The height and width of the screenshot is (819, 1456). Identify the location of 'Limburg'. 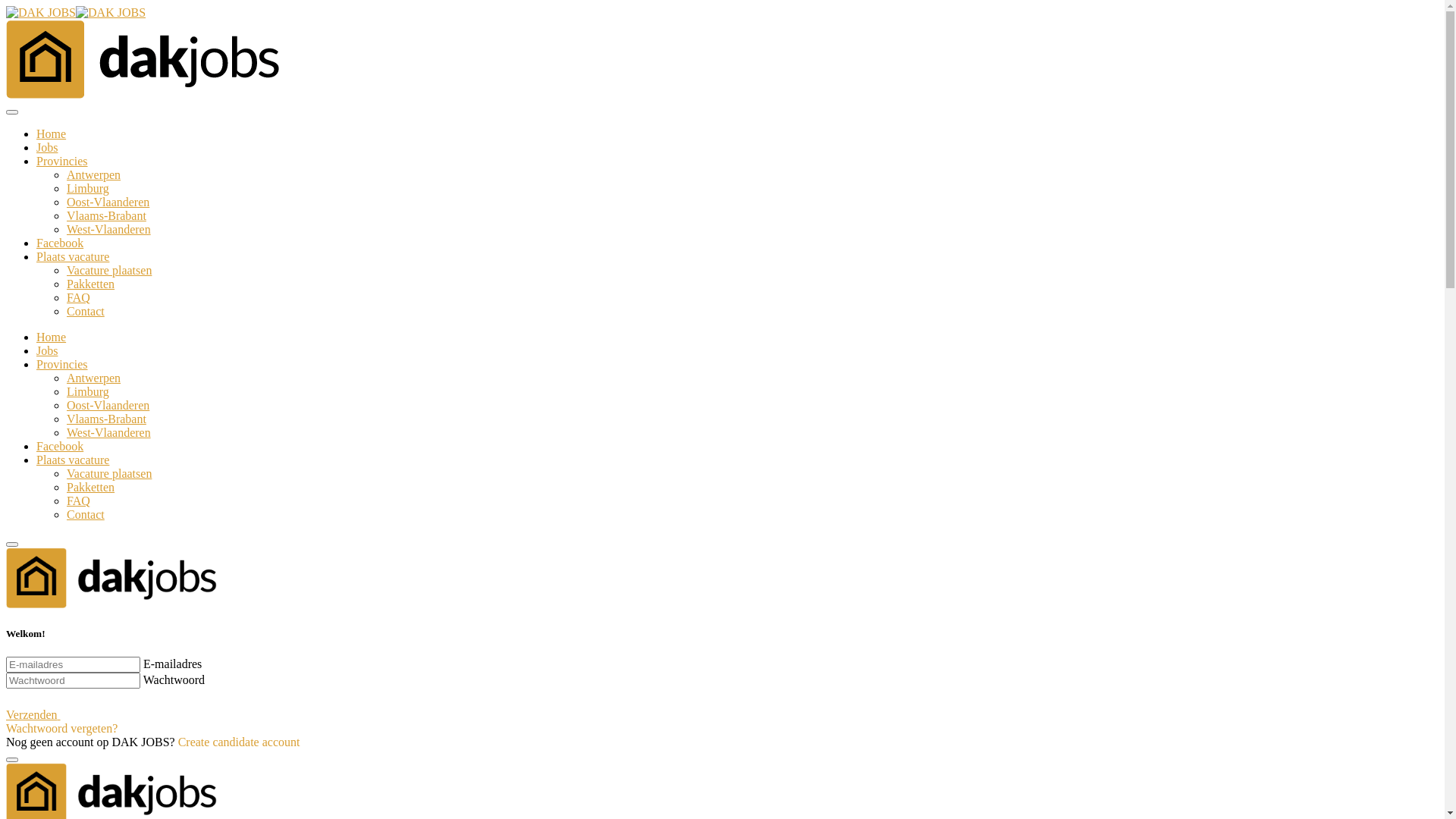
(65, 391).